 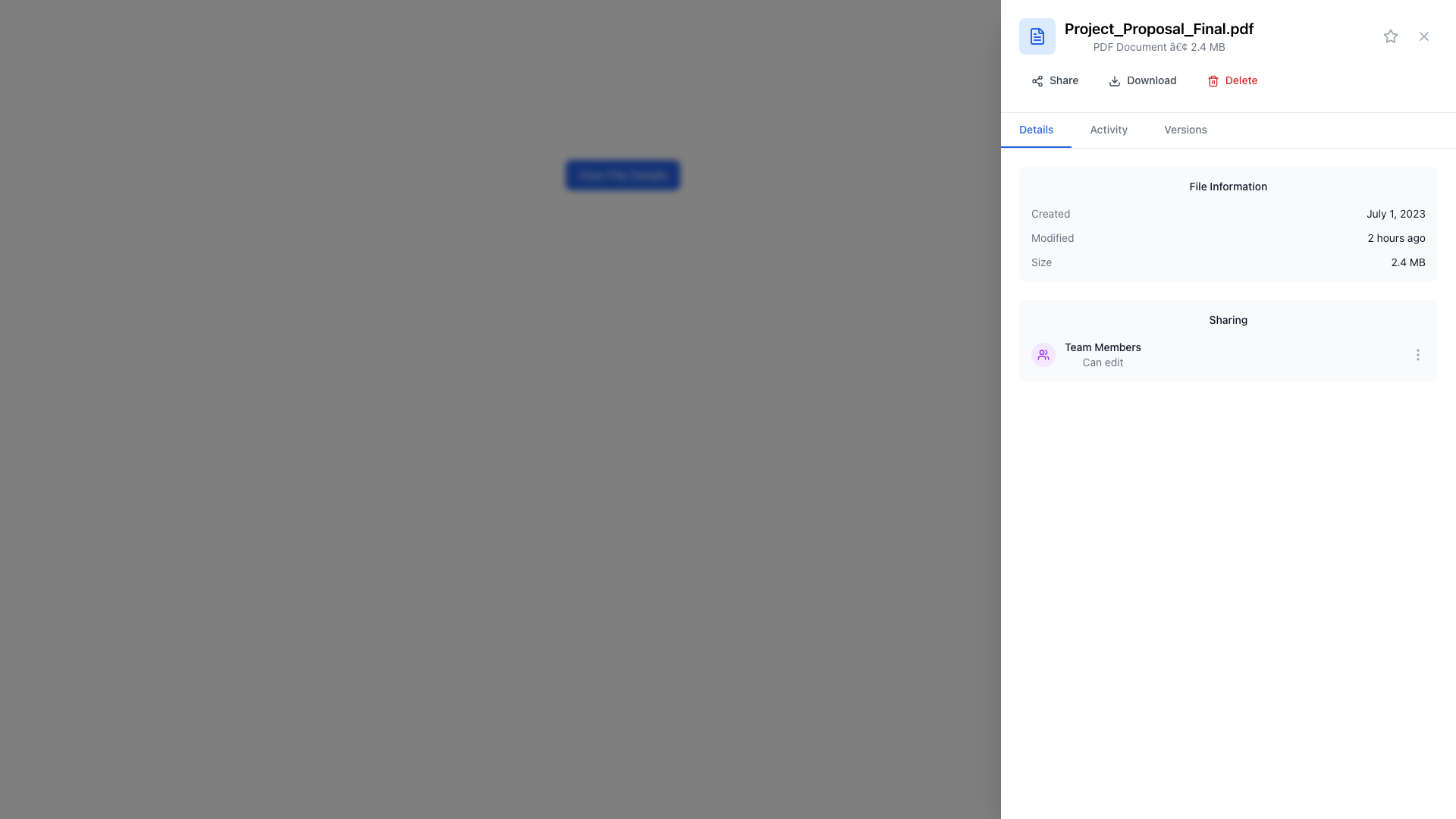 I want to click on the heading element containing the text 'Sharing', which is styled in a medium bold font with dark gray color, positioned centrally within a light gray rounded block at the top of the 'Sharing' section, so click(x=1228, y=318).